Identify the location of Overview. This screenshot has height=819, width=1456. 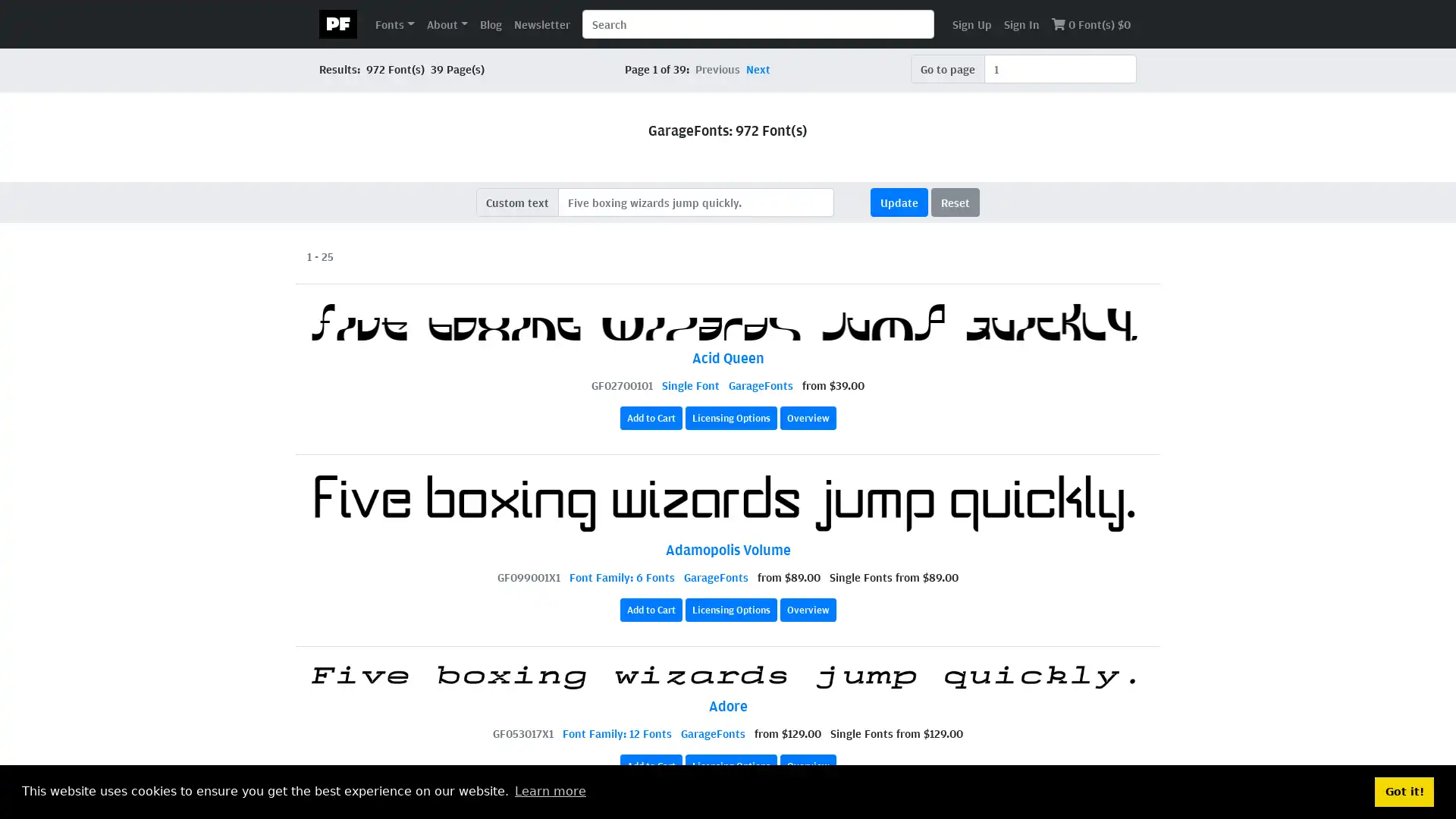
(807, 608).